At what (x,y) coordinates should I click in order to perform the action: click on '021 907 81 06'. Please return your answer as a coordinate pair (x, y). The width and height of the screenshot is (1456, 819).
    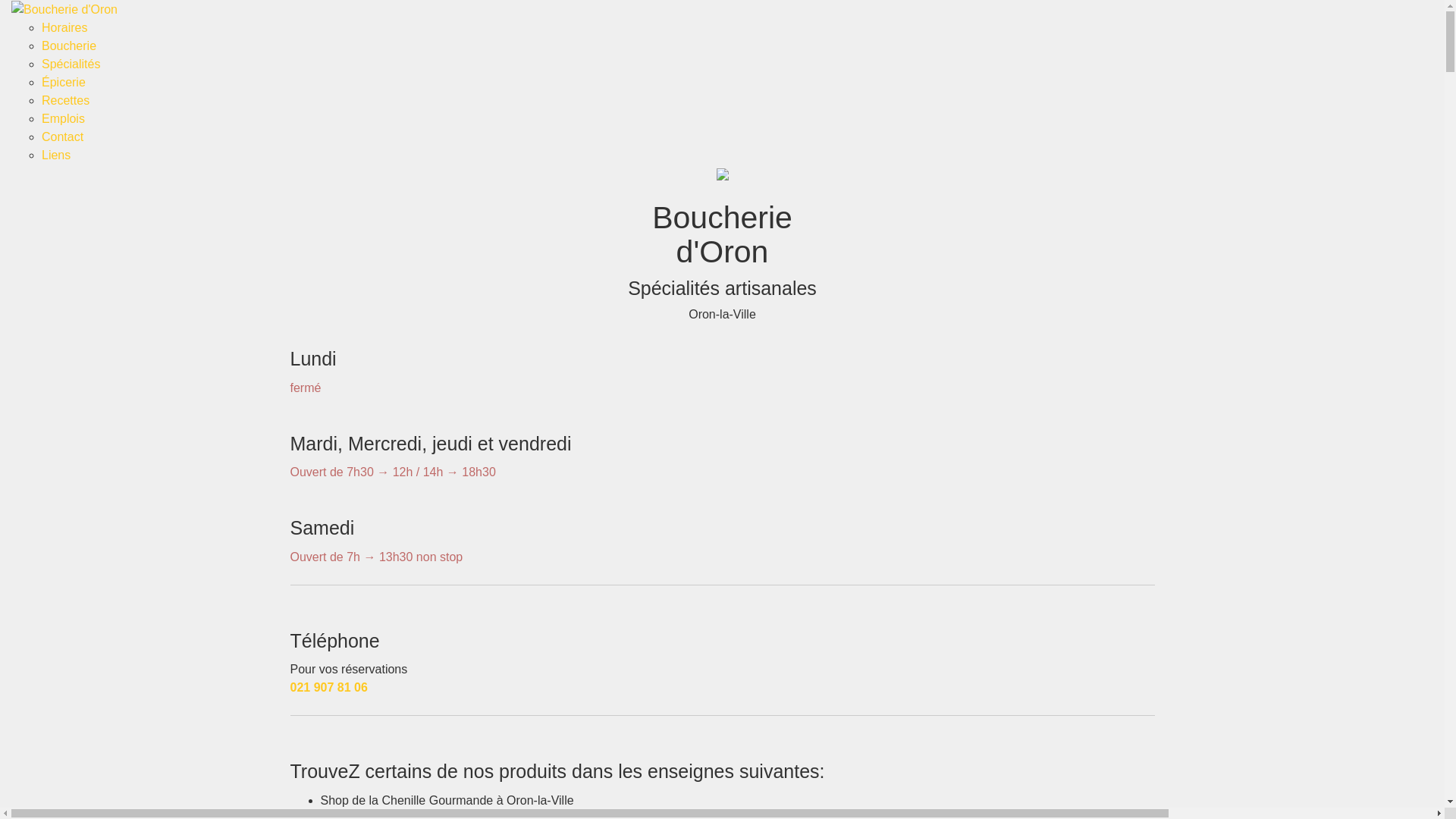
    Looking at the image, I should click on (327, 687).